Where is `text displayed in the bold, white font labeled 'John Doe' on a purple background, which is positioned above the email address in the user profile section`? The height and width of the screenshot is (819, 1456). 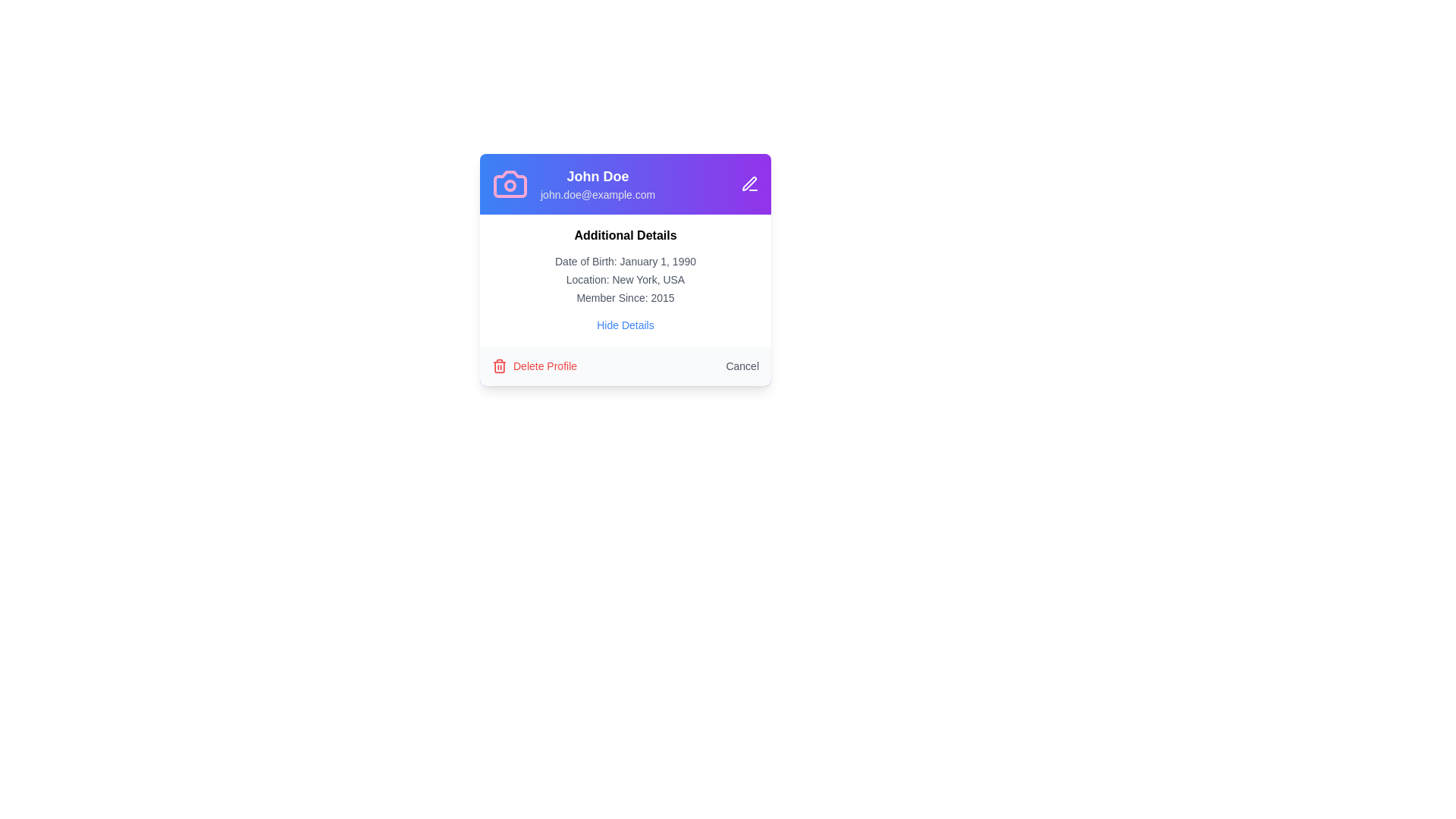
text displayed in the bold, white font labeled 'John Doe' on a purple background, which is positioned above the email address in the user profile section is located at coordinates (597, 175).